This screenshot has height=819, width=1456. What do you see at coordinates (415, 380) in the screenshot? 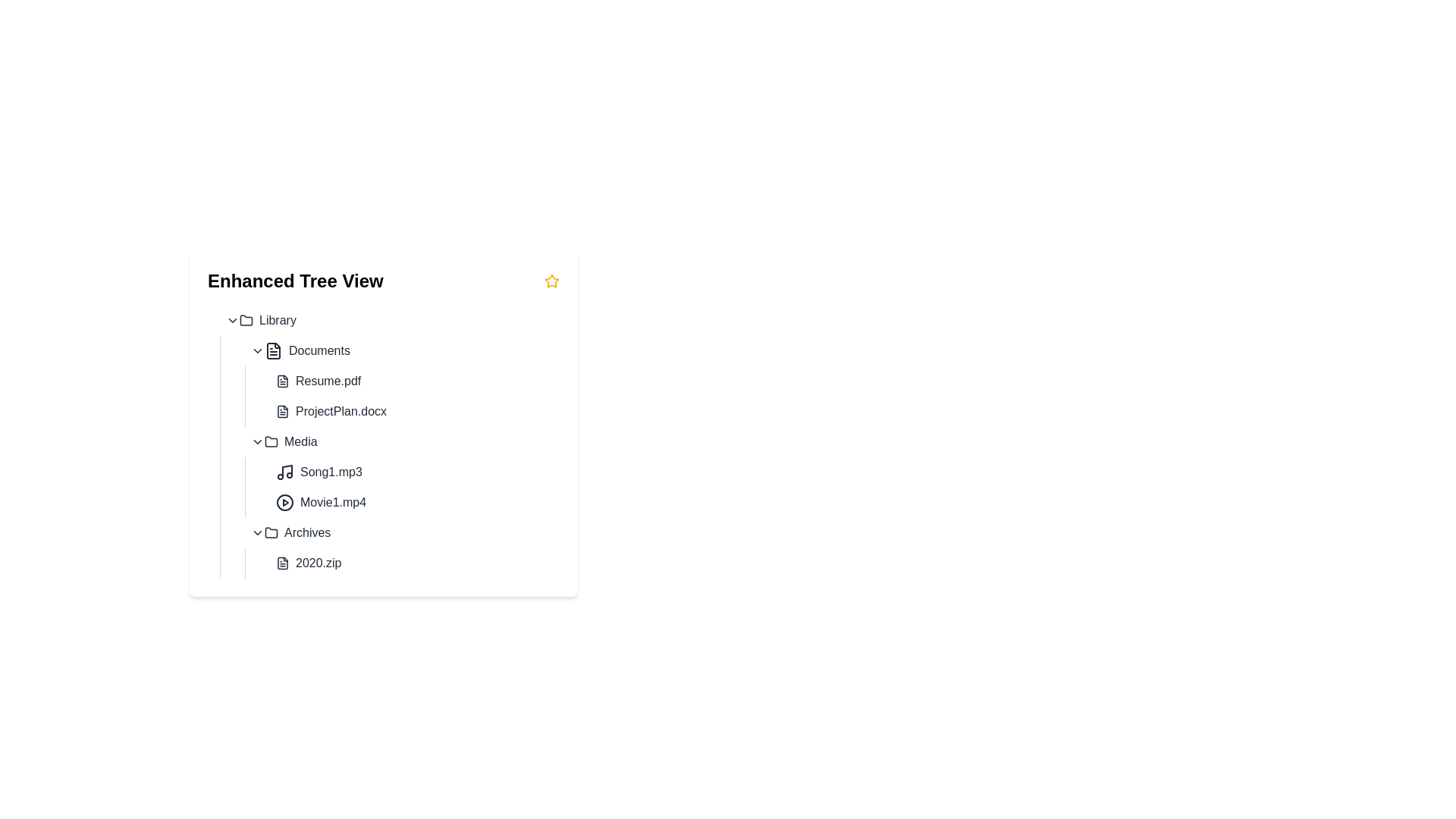
I see `the list item displaying the filename 'Resume.pdf'` at bounding box center [415, 380].